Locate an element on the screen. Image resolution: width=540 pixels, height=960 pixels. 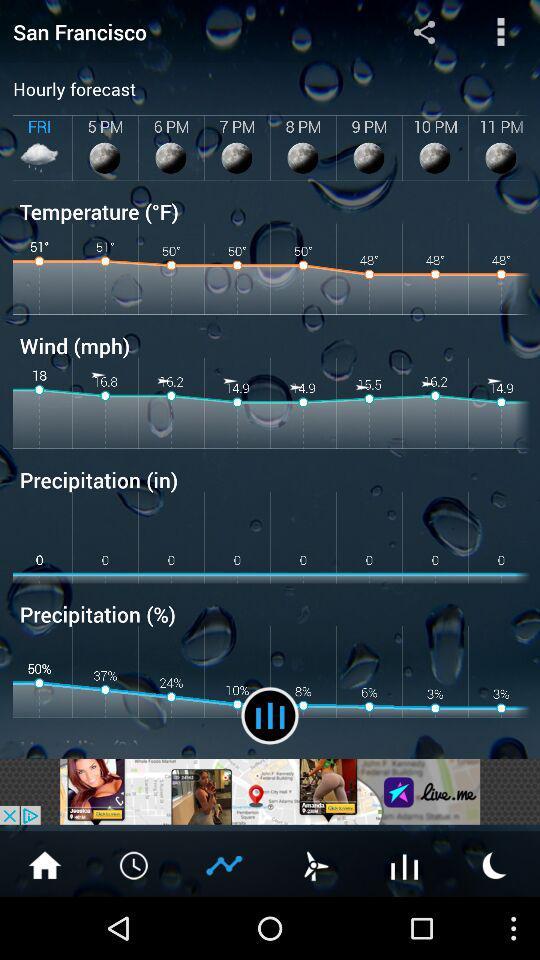
time is located at coordinates (135, 863).